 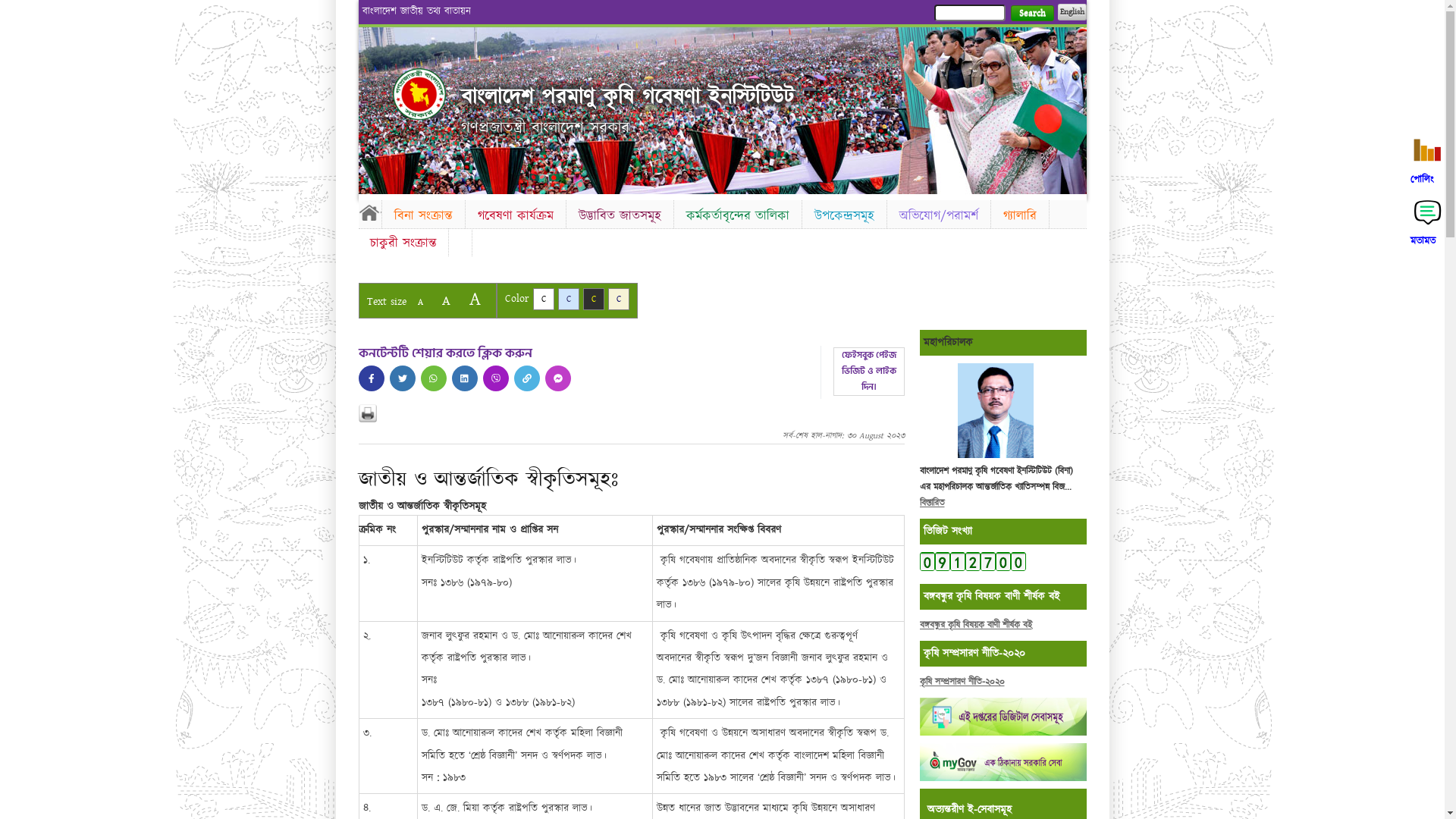 I want to click on 'English', so click(x=1070, y=11).